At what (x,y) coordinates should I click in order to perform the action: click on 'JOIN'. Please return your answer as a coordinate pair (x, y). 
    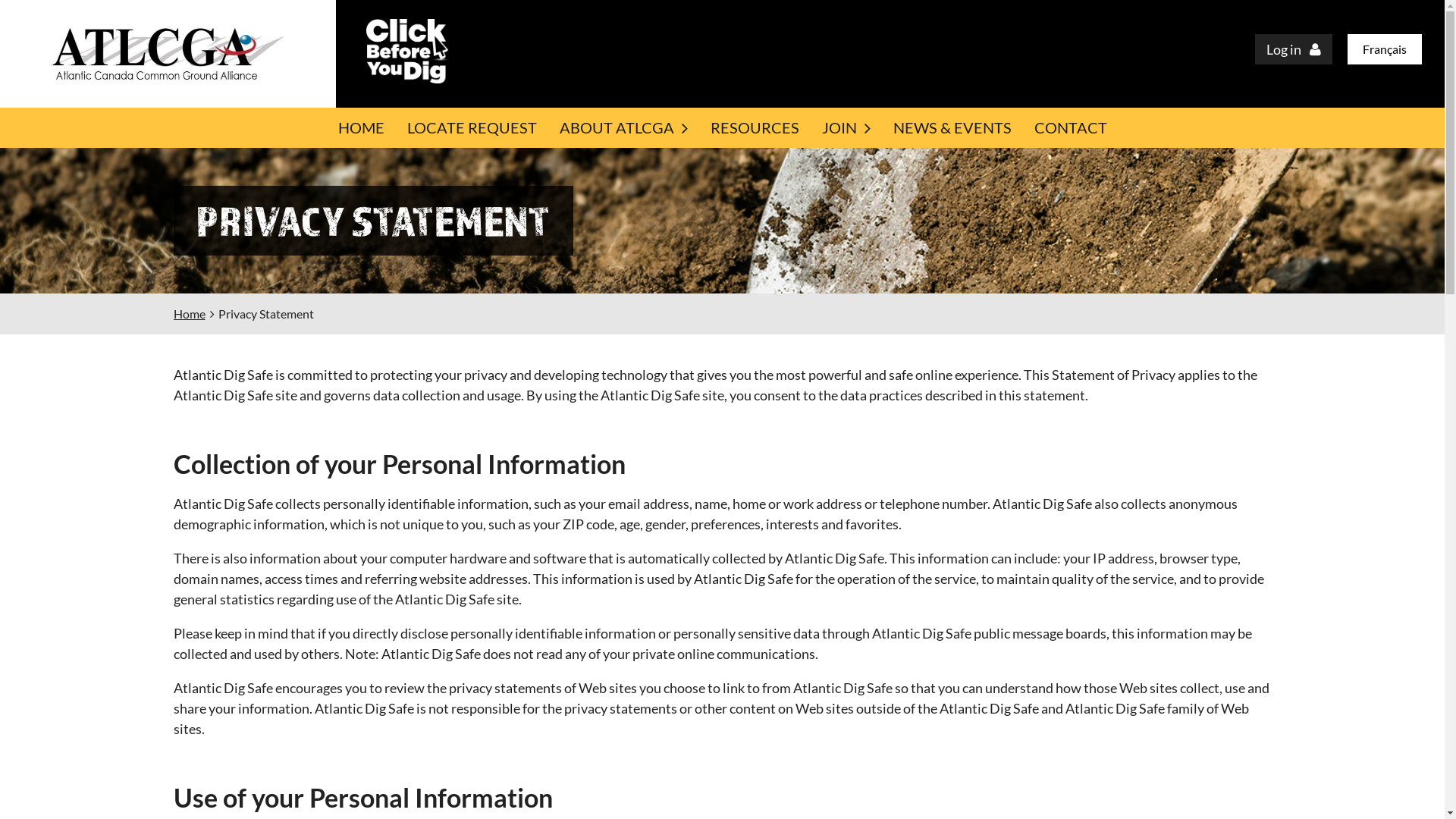
    Looking at the image, I should click on (844, 127).